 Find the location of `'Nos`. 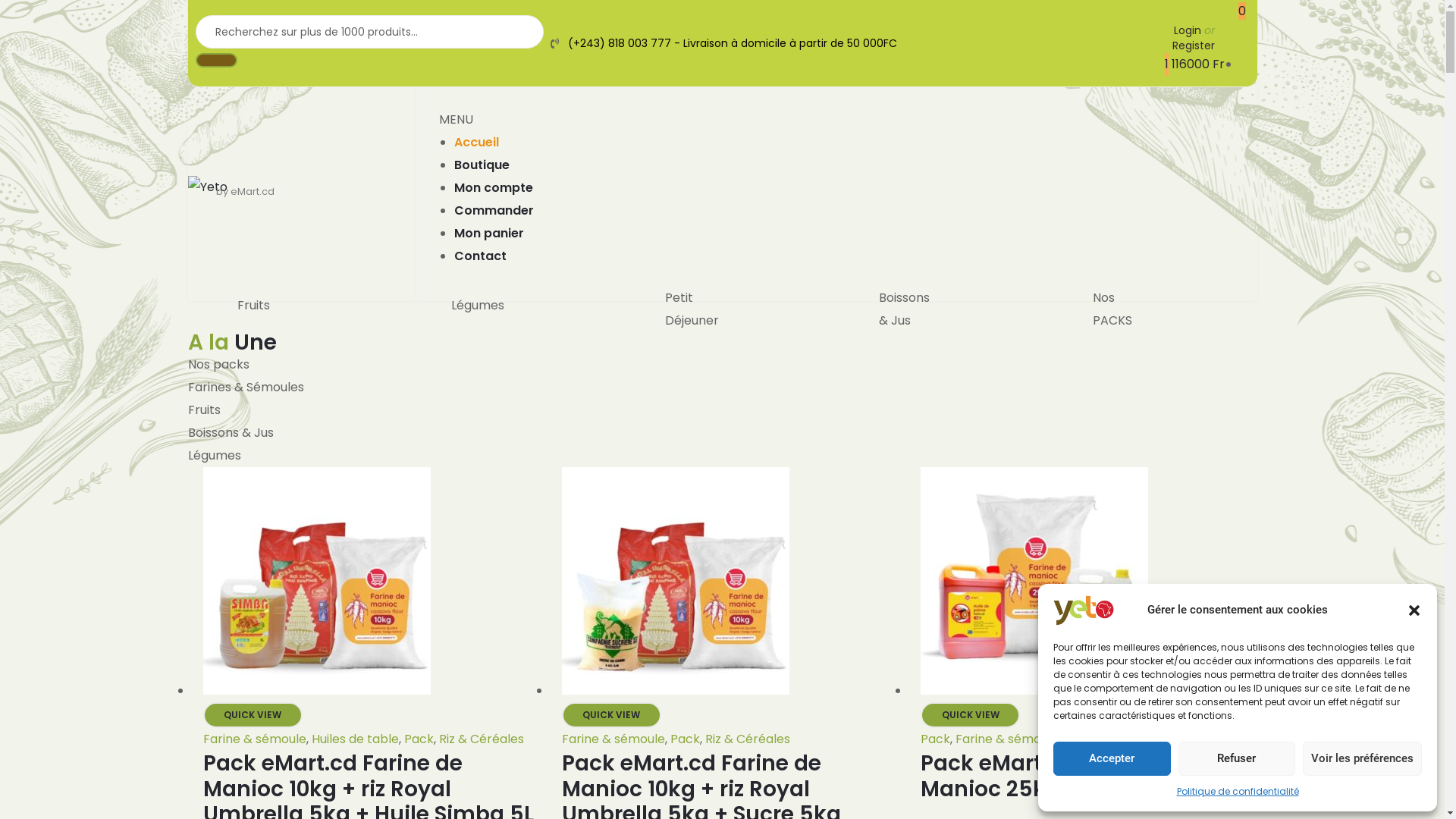

'Nos is located at coordinates (1111, 308).